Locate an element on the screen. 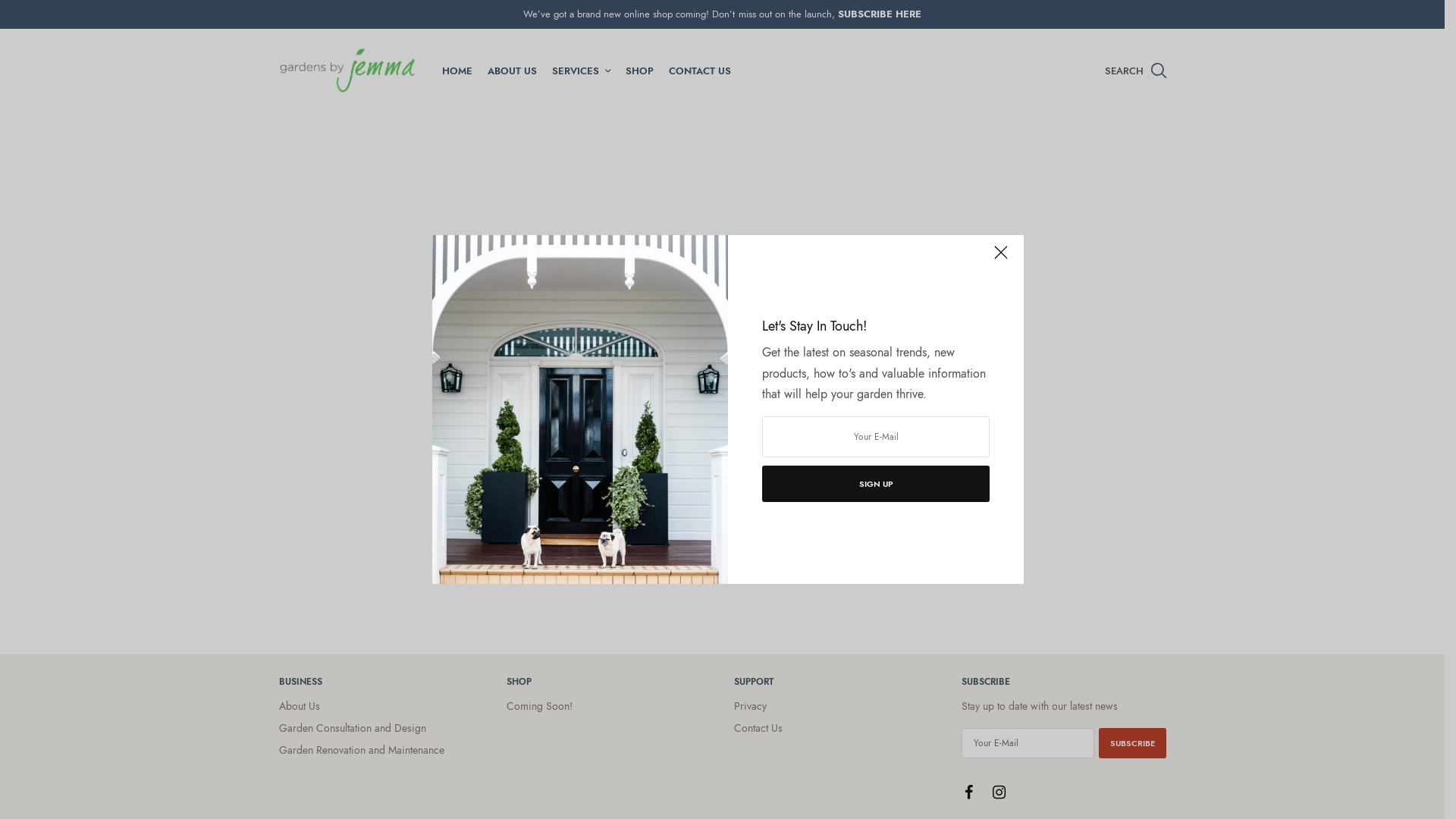 The image size is (1456, 819). 'About Us' is located at coordinates (279, 705).